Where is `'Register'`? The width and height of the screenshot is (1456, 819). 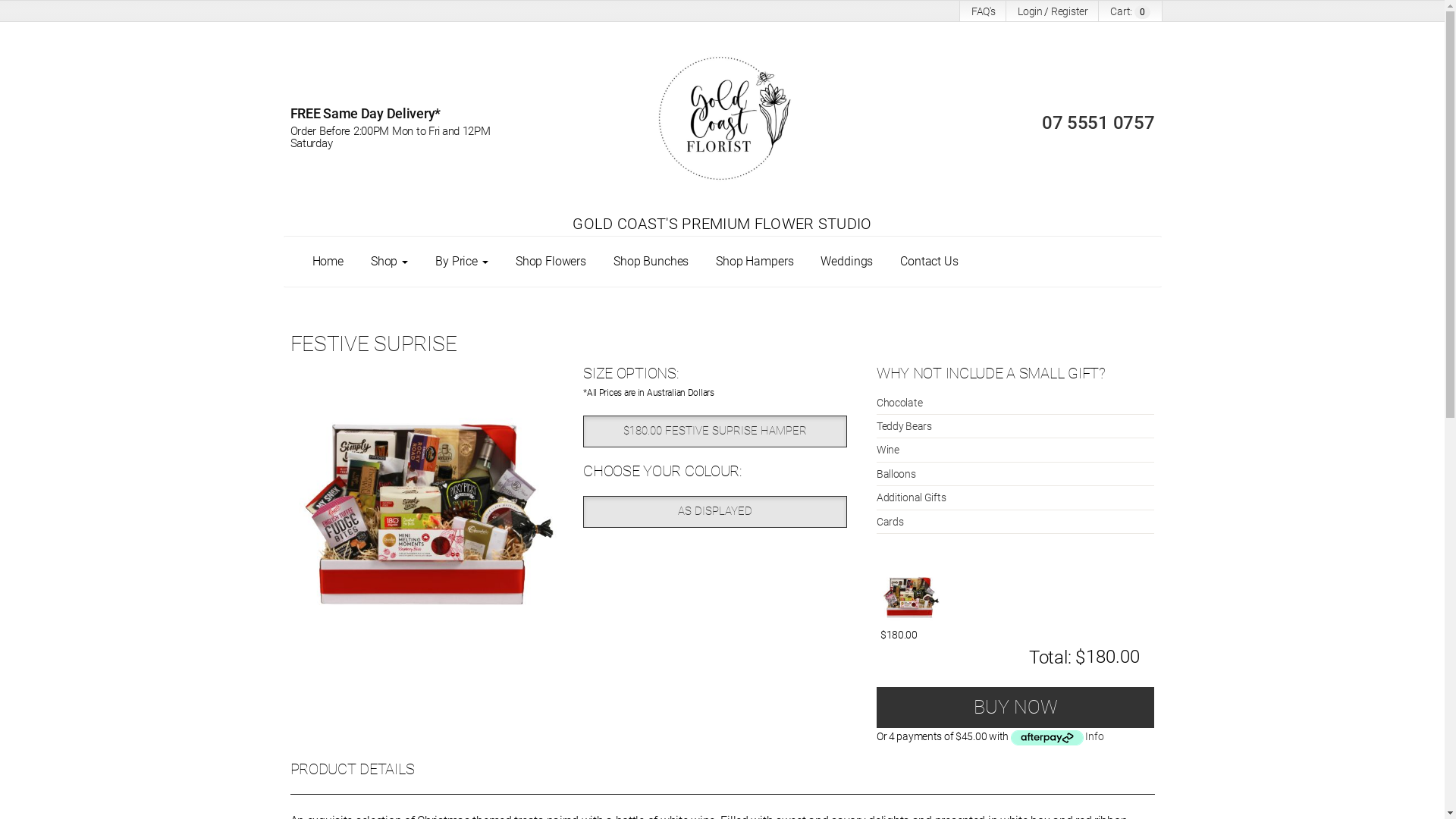
'Register' is located at coordinates (1068, 11).